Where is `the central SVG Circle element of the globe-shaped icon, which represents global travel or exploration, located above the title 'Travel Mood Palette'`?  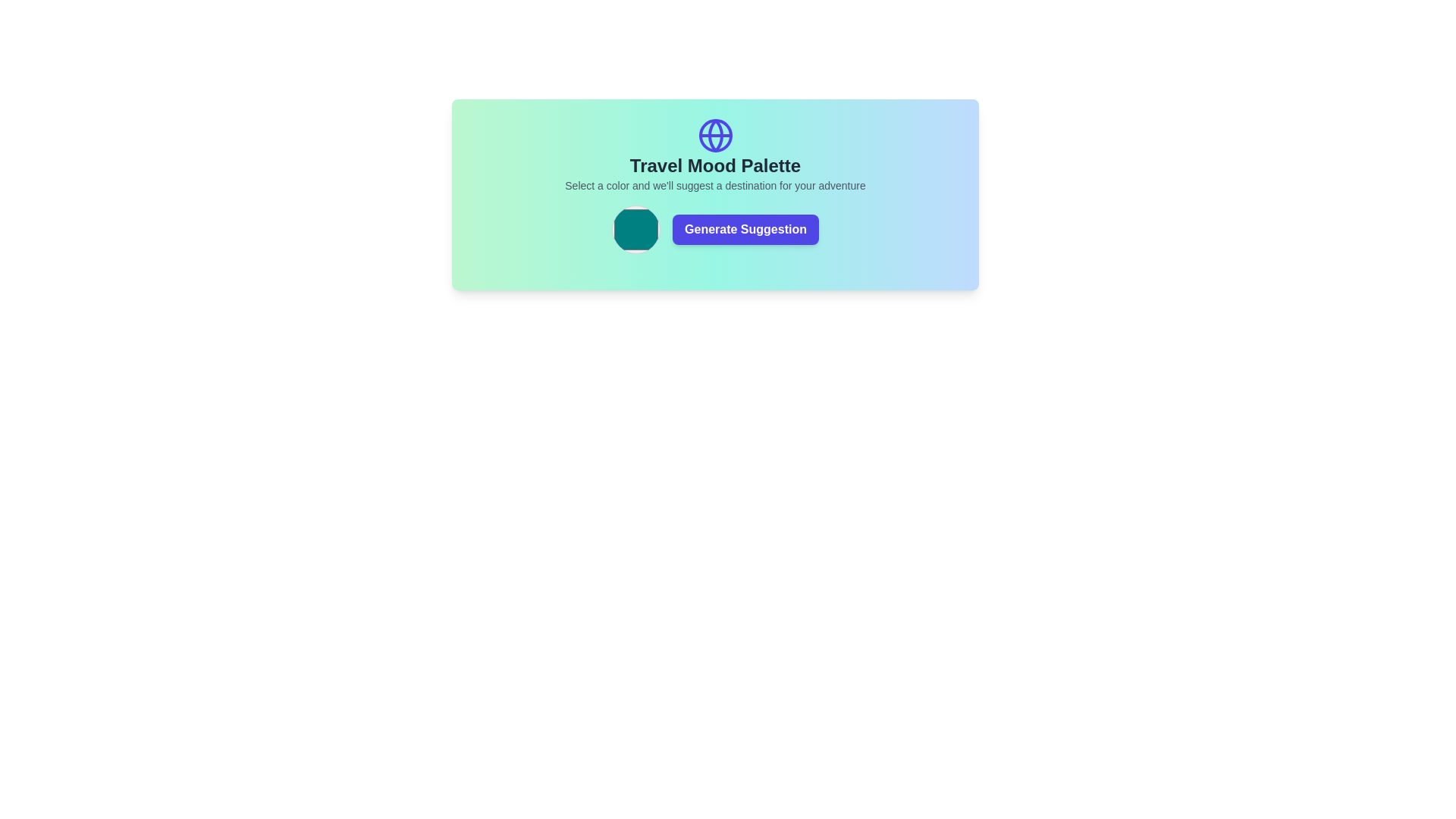 the central SVG Circle element of the globe-shaped icon, which represents global travel or exploration, located above the title 'Travel Mood Palette' is located at coordinates (714, 134).